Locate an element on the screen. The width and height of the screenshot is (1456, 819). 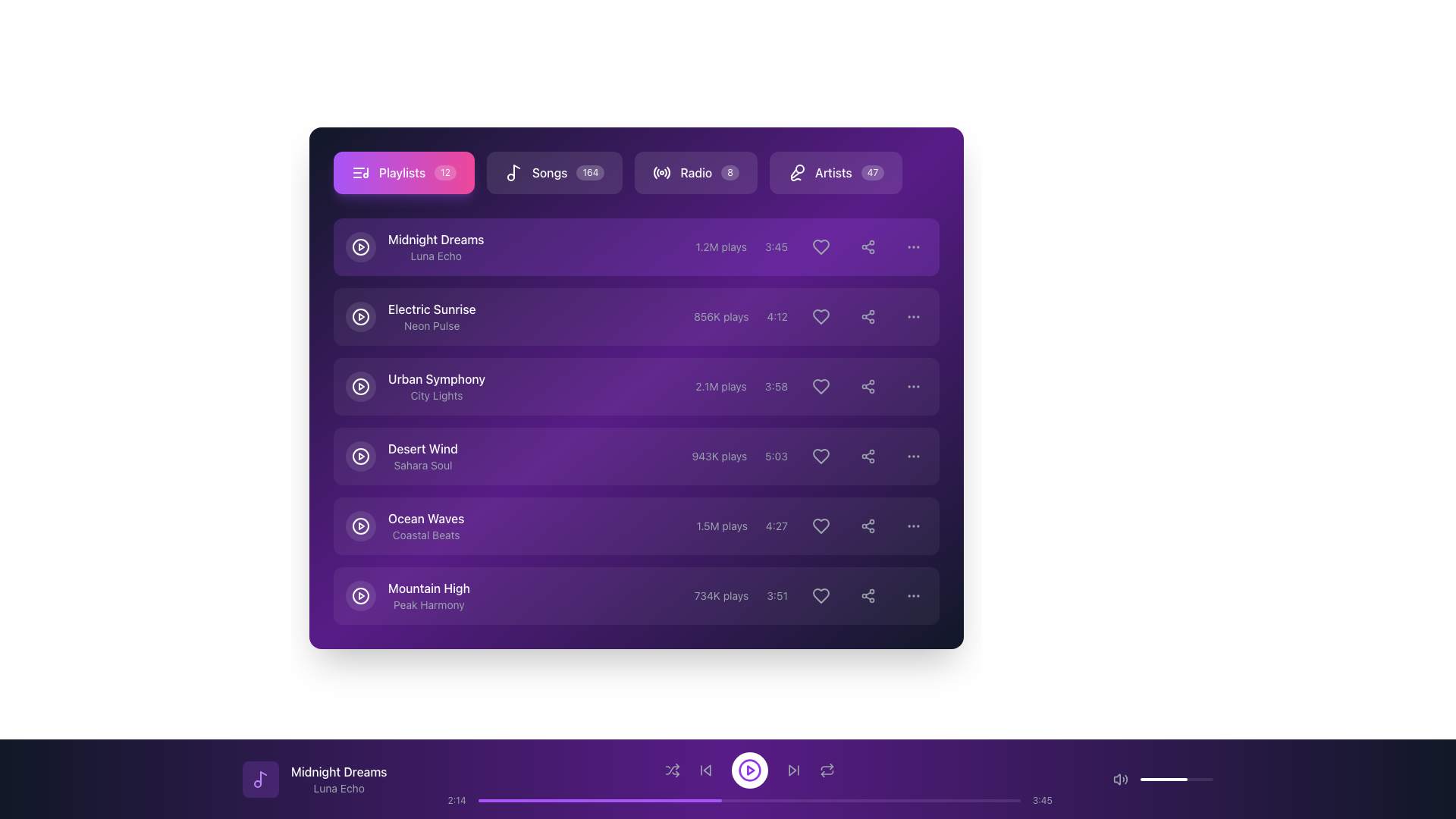
the first list item in the 'Playlists' section, which features a purple gradient background and includes the title 'Midnight Dreams' and associated metadata is located at coordinates (636, 246).